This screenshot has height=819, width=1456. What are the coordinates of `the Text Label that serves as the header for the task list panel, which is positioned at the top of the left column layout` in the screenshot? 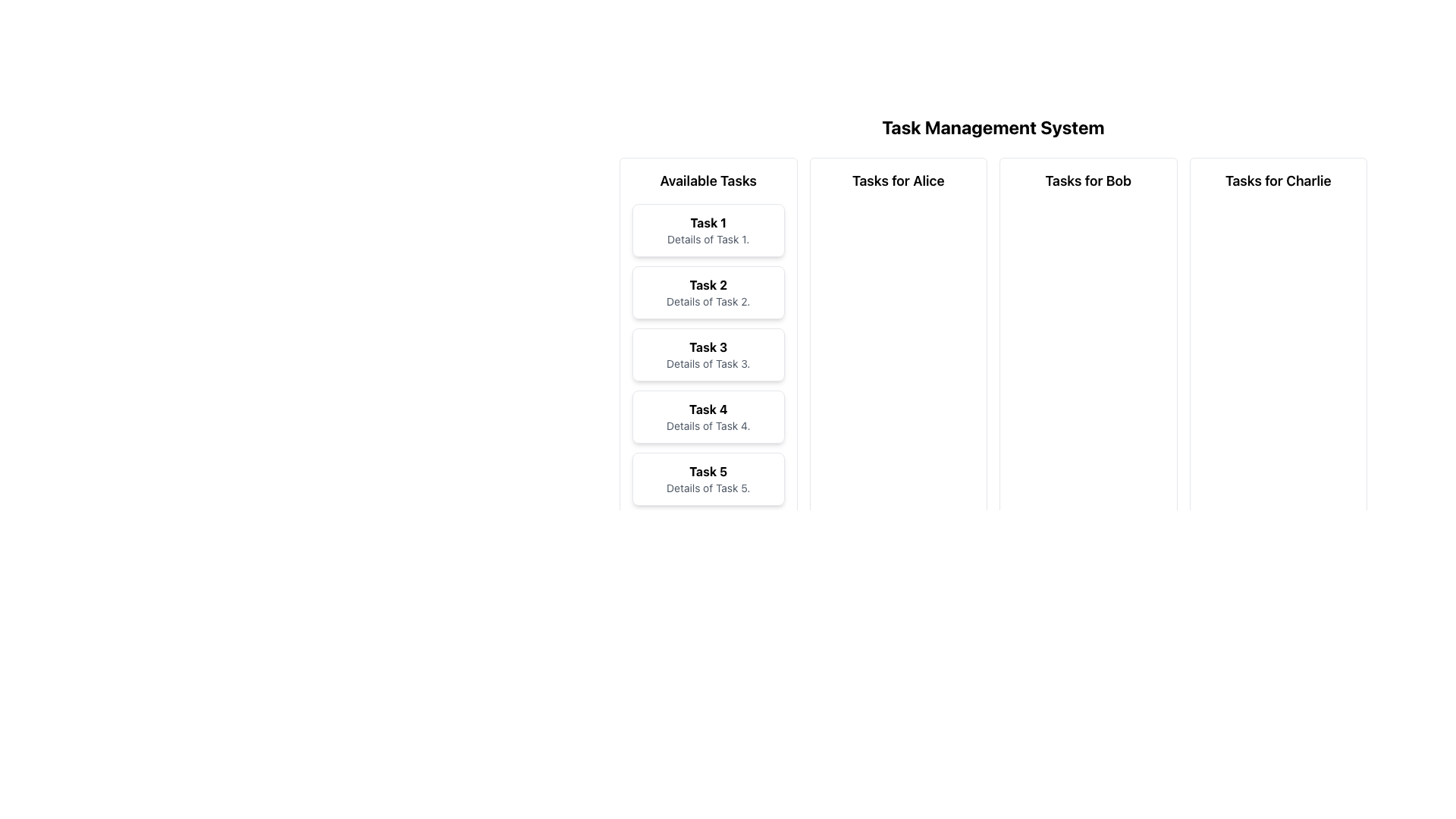 It's located at (708, 180).